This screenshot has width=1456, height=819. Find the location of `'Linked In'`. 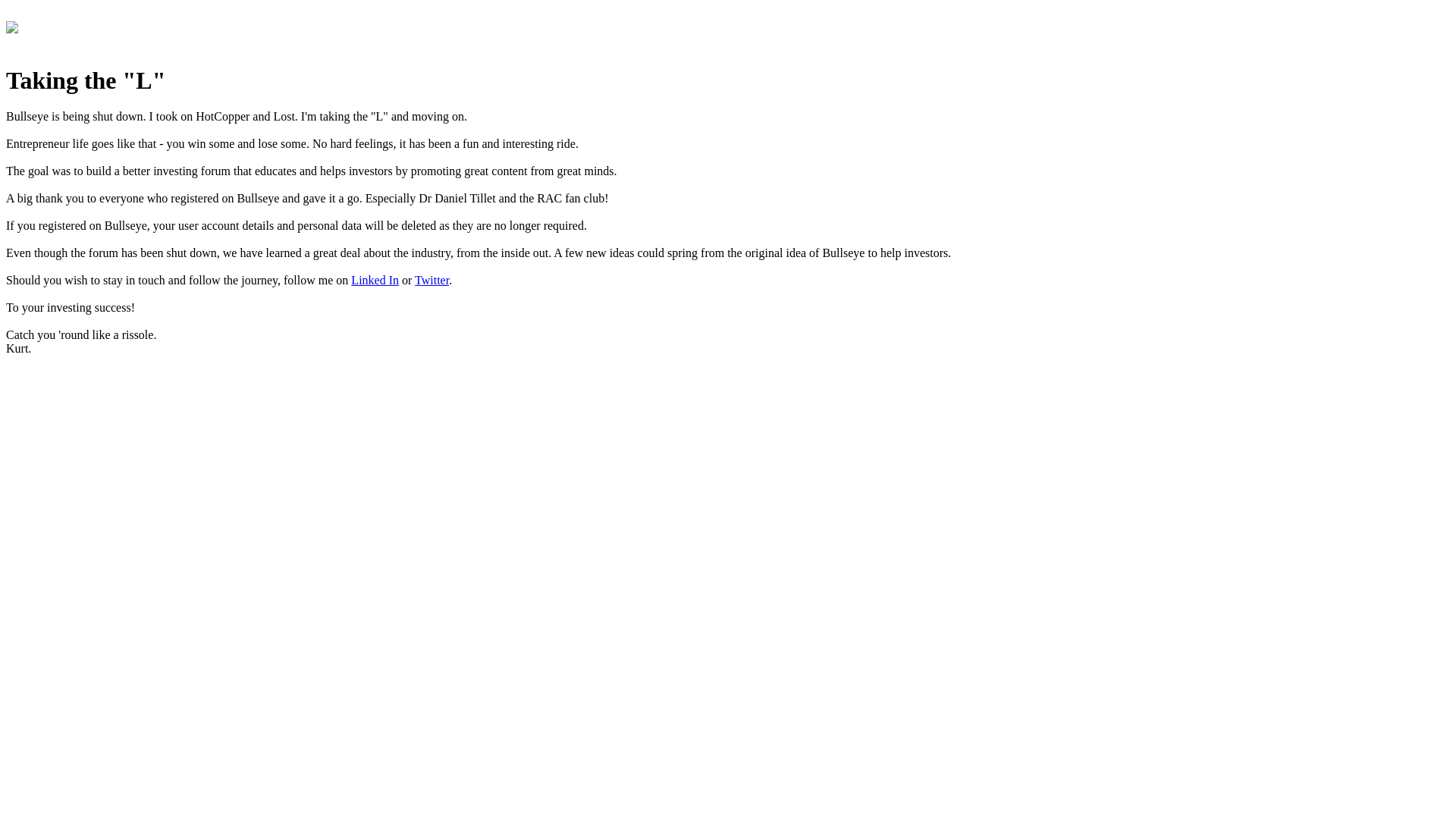

'Linked In' is located at coordinates (350, 280).